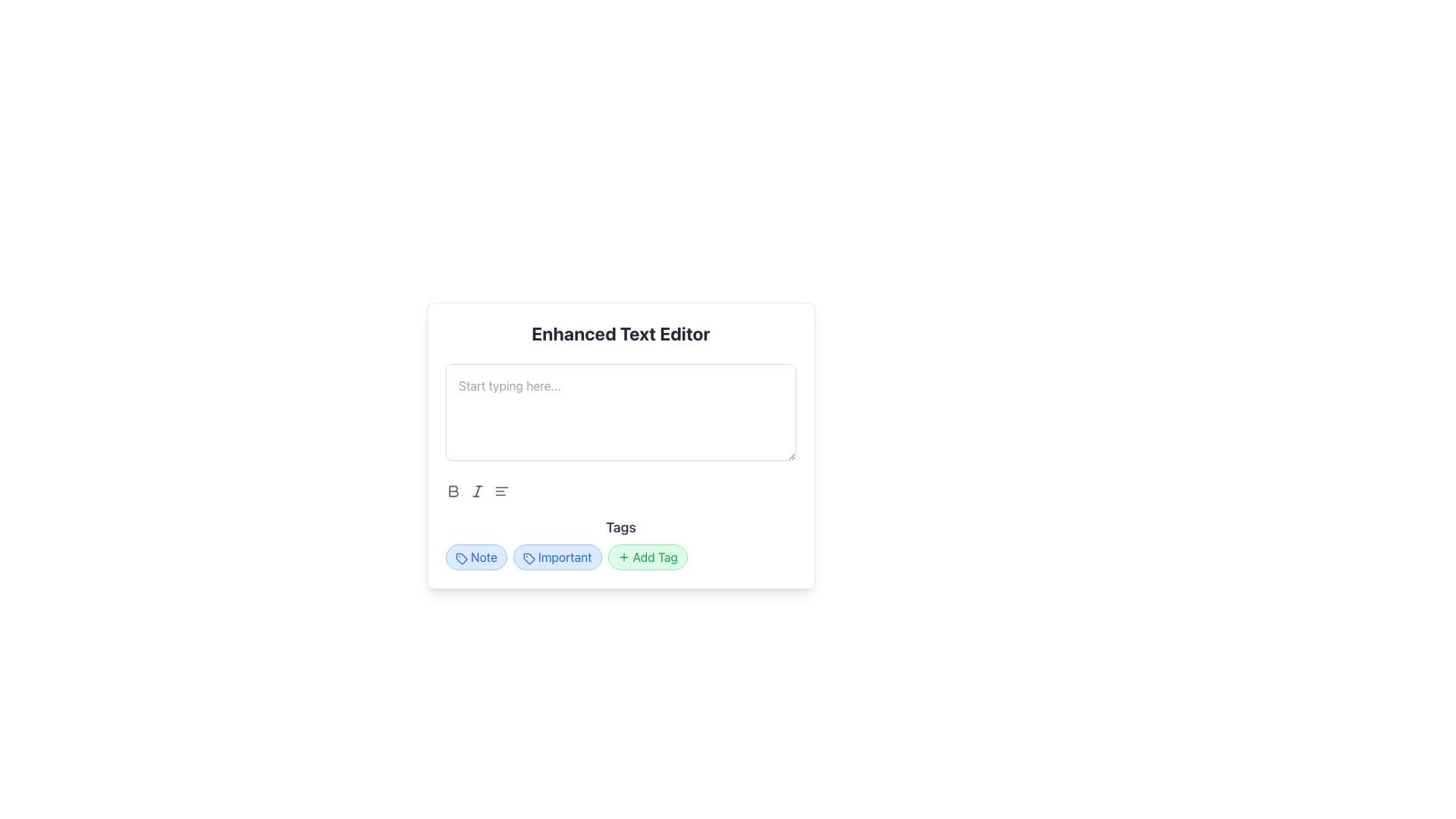 The height and width of the screenshot is (819, 1456). What do you see at coordinates (529, 558) in the screenshot?
I see `the 'Important' tag icon, which is part of a blue pill-shaped label located between the 'Note' label and the '+ Add Tag' button in the 'Tags' section` at bounding box center [529, 558].